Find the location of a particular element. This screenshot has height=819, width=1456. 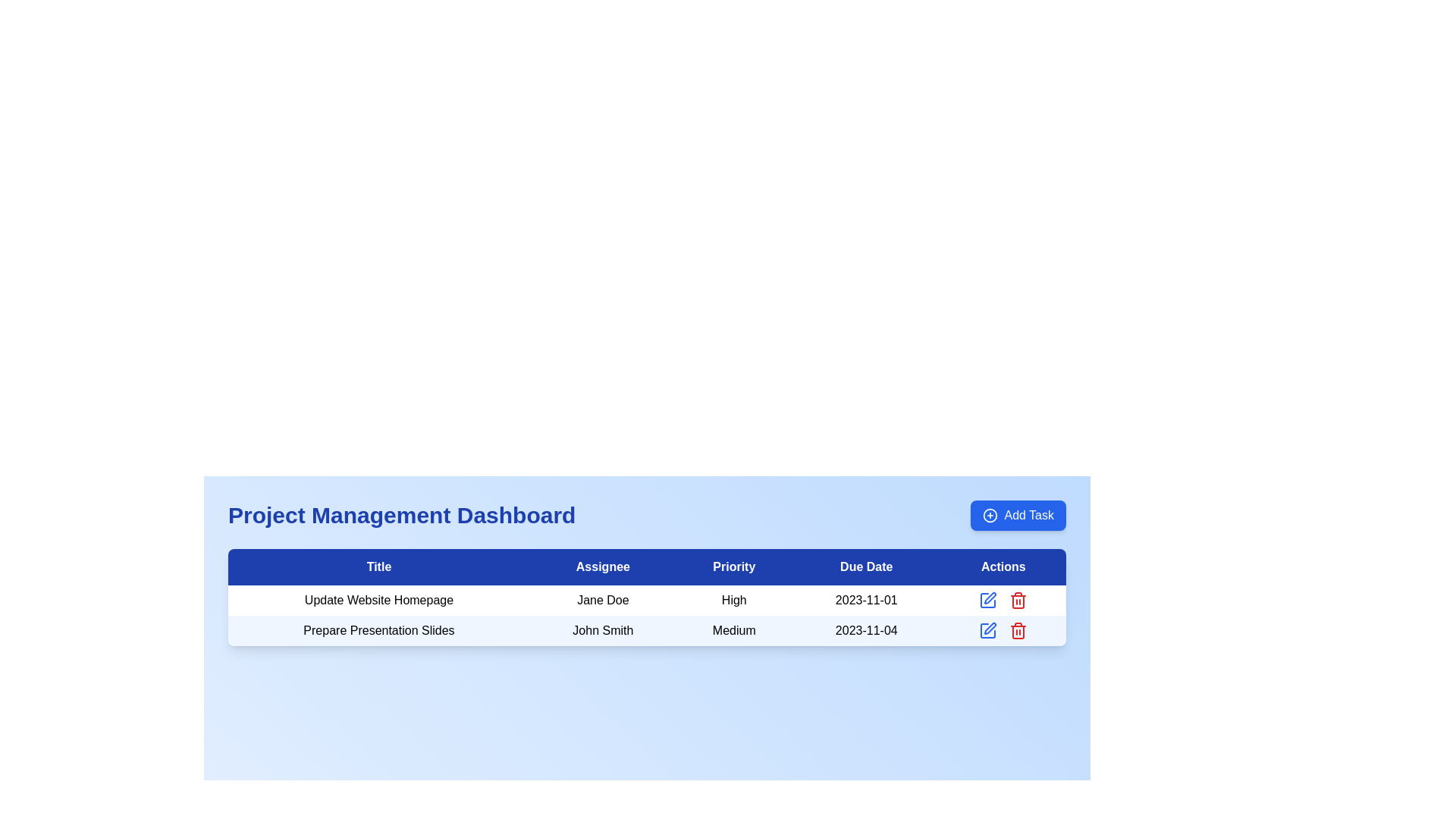

the blue editing pencil icon in the 'Actions' column for the 'Prepare Presentation Slides' task to initiate editing is located at coordinates (1003, 631).